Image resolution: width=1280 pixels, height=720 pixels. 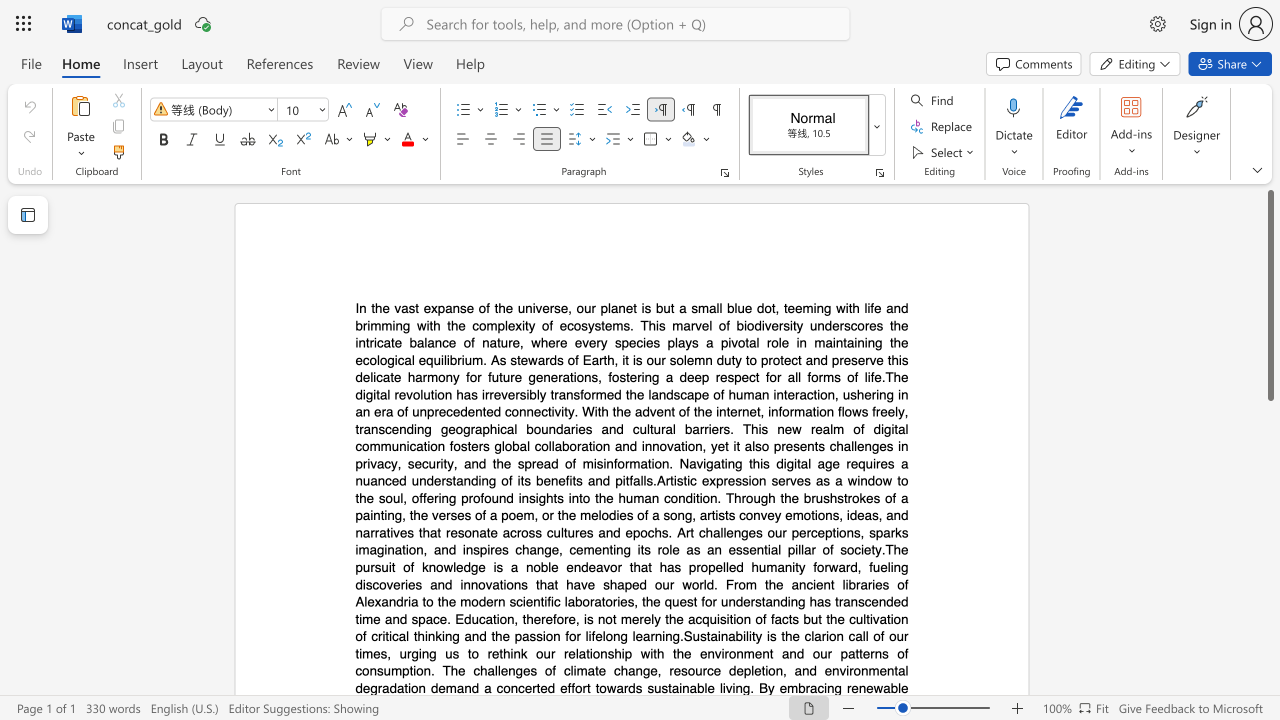 I want to click on the scrollbar to slide the page down, so click(x=1269, y=418).